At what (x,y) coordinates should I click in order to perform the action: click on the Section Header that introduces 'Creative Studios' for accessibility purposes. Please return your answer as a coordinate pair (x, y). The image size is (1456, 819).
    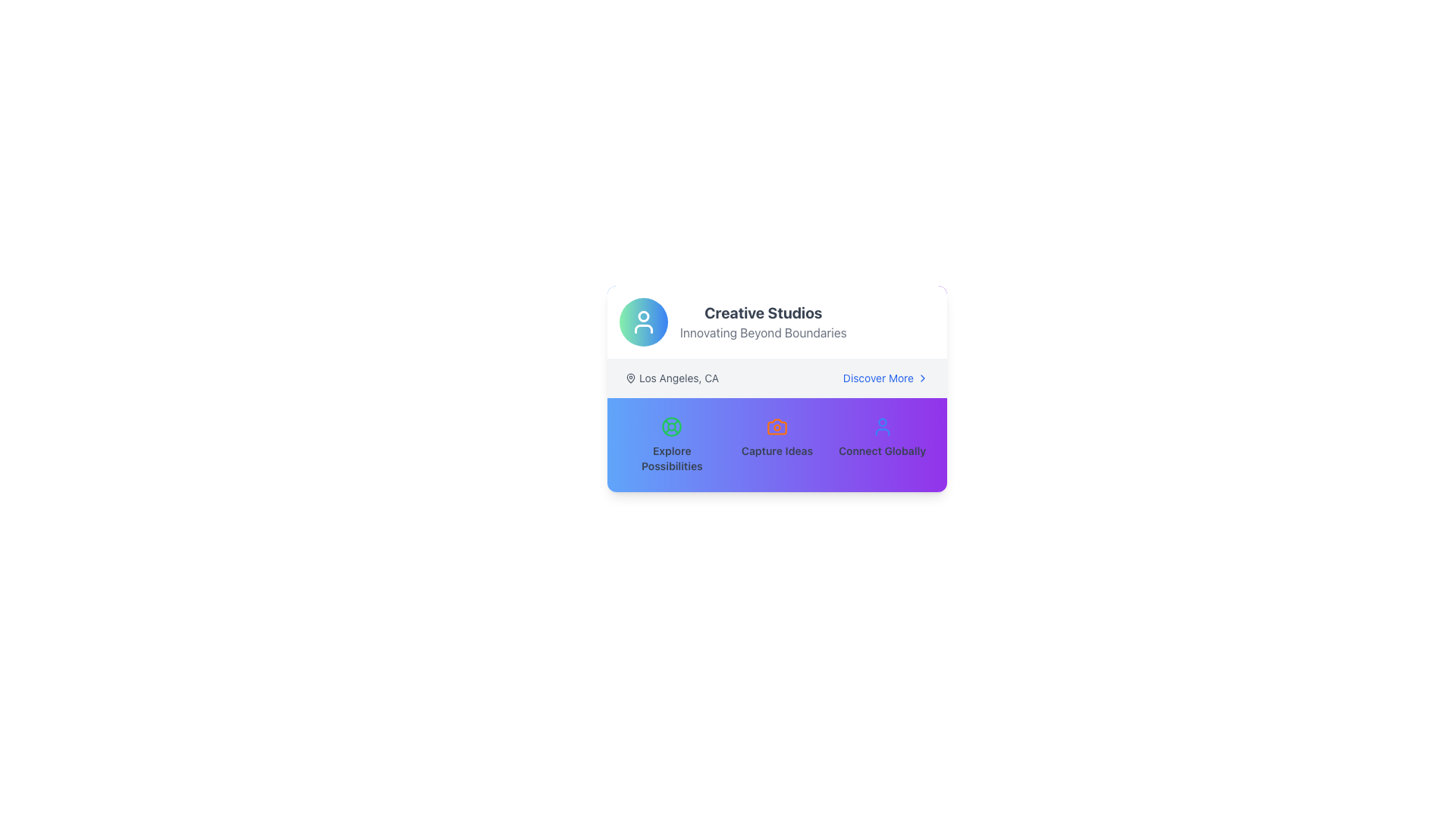
    Looking at the image, I should click on (777, 321).